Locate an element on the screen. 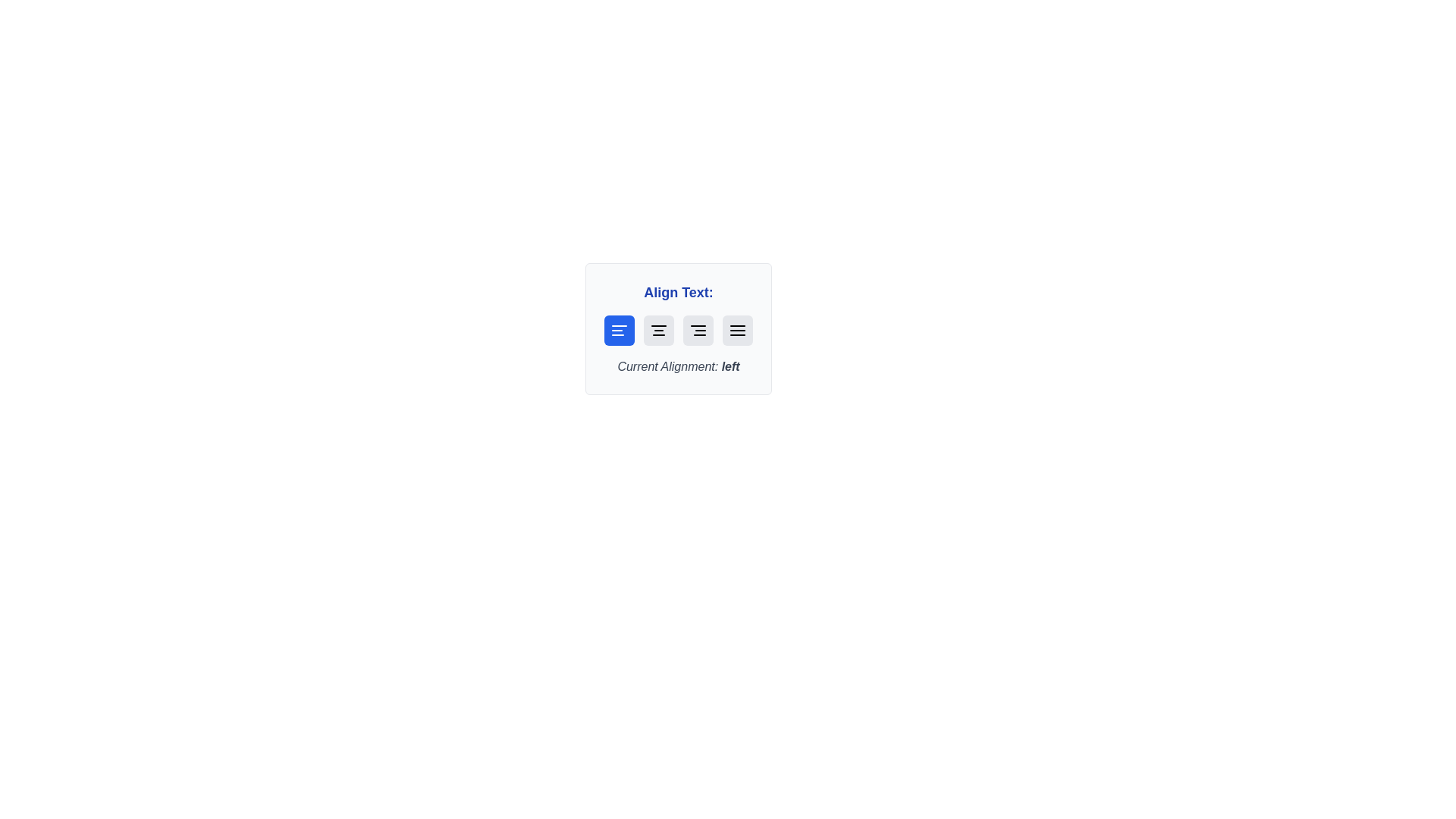  button corresponding to the desired text alignment: left is located at coordinates (619, 329).